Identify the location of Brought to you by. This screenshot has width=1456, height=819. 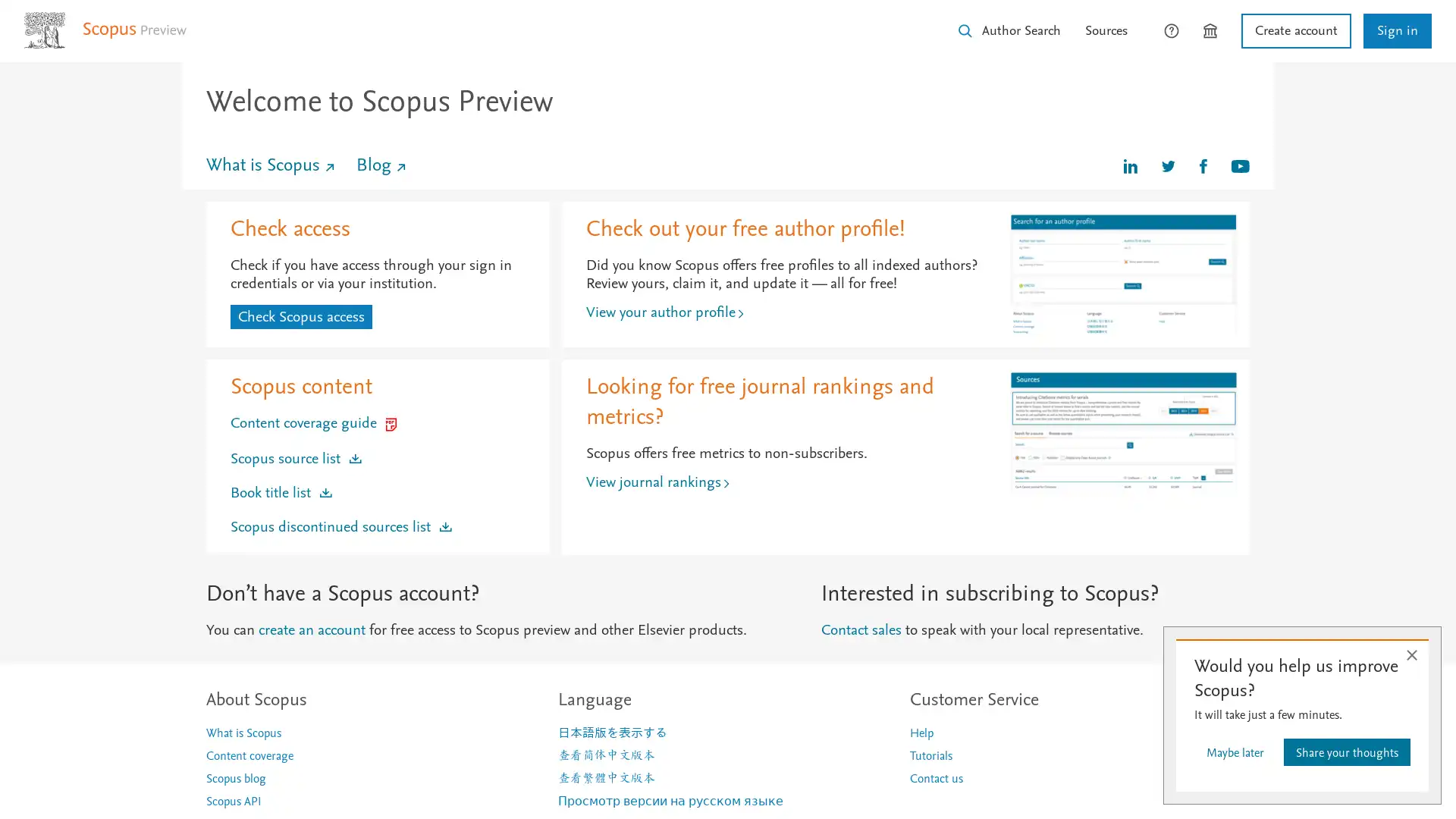
(1209, 31).